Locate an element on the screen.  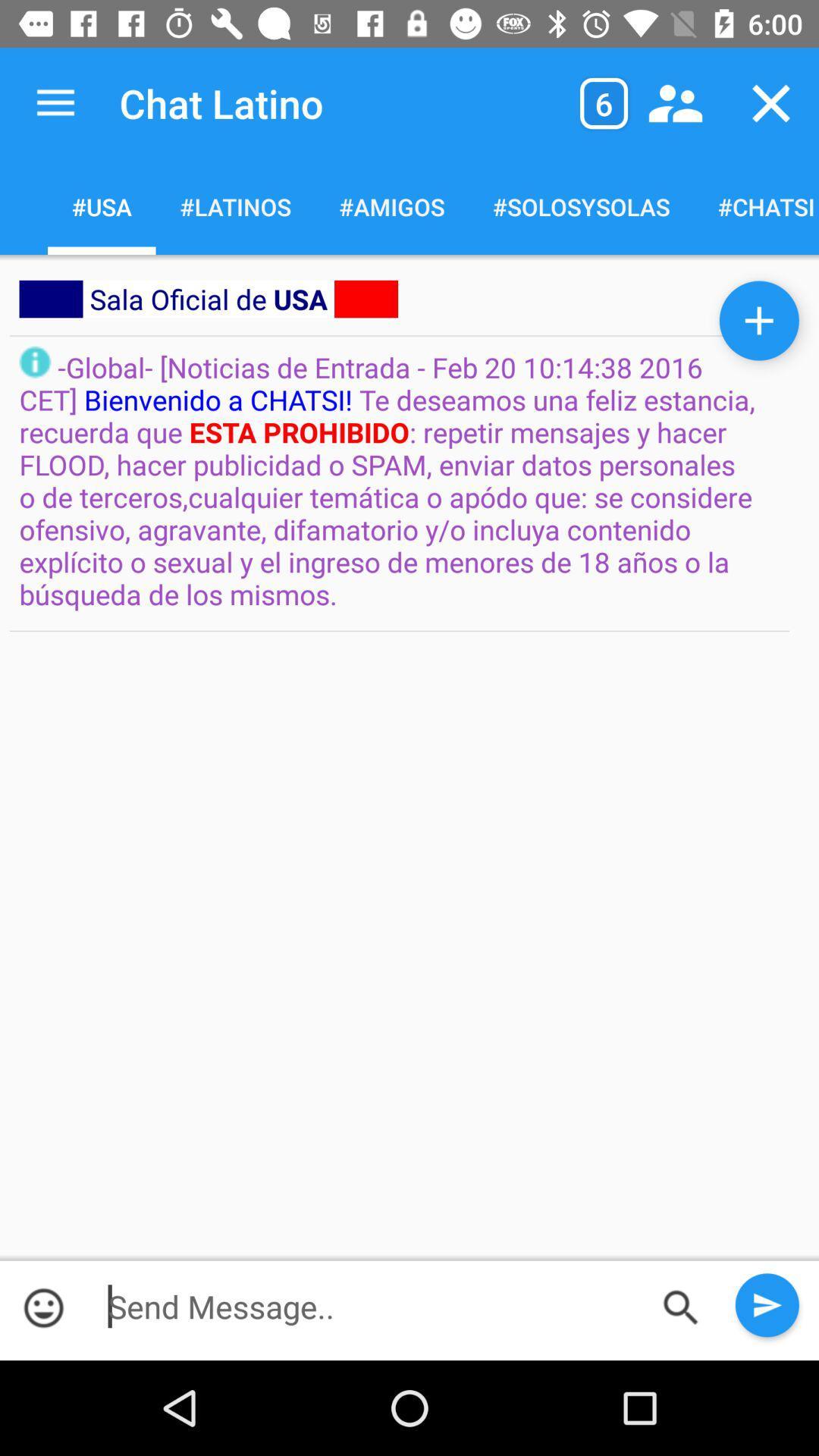
the icon to the right of 6 item is located at coordinates (675, 102).